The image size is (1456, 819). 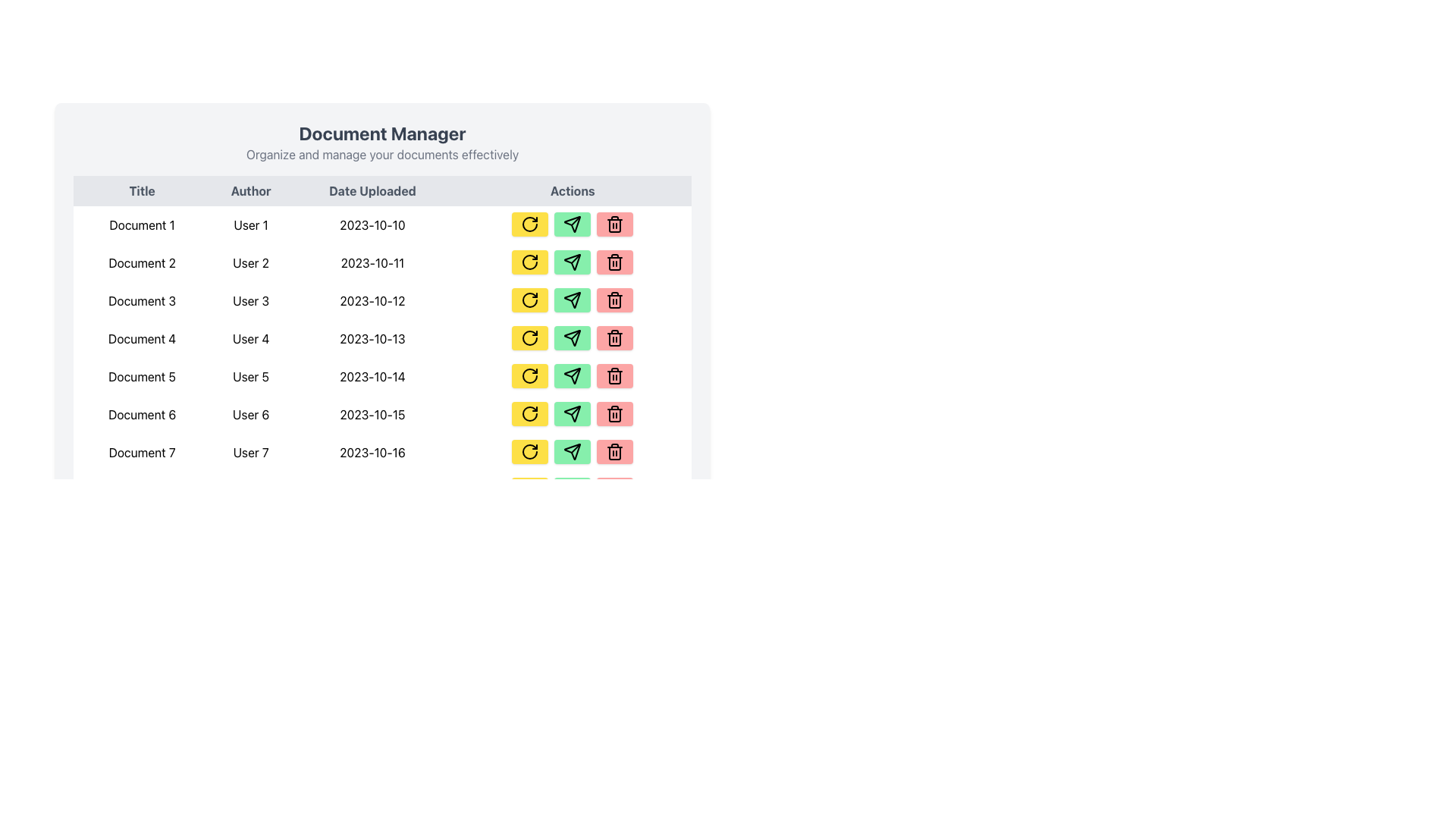 What do you see at coordinates (382, 415) in the screenshot?
I see `the 6th row of the tabular layout` at bounding box center [382, 415].